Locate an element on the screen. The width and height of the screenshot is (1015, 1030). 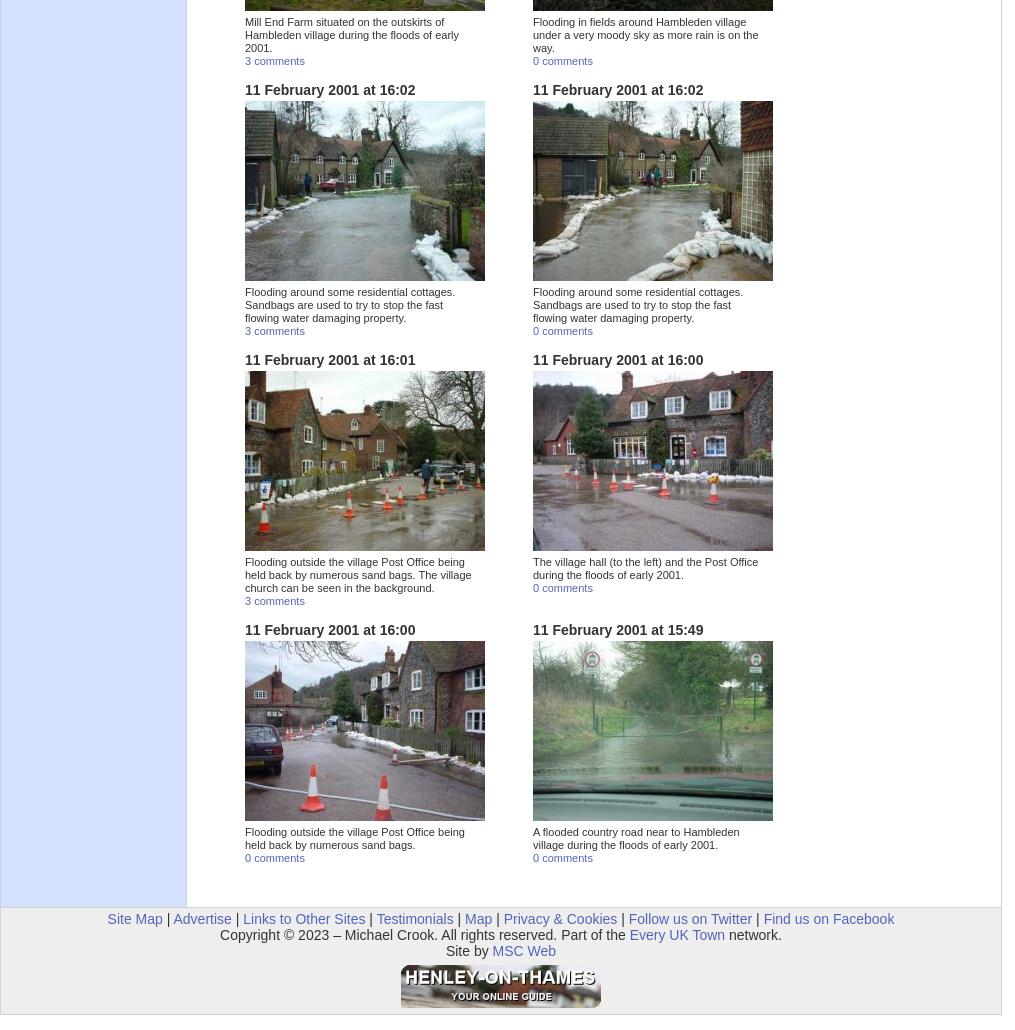
'Site by' is located at coordinates (443, 949).